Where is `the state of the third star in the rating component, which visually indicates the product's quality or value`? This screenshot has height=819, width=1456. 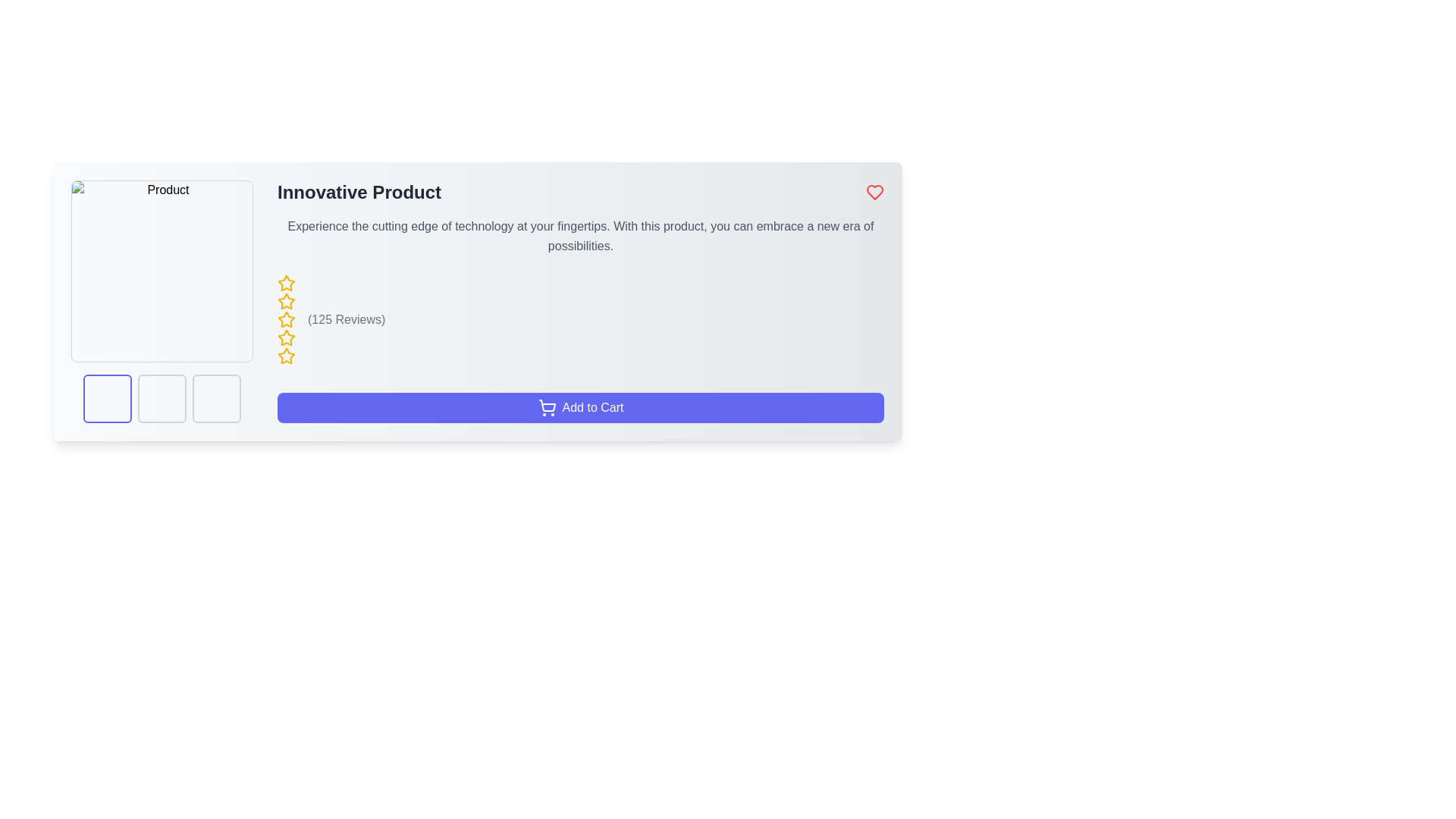
the state of the third star in the rating component, which visually indicates the product's quality or value is located at coordinates (287, 337).